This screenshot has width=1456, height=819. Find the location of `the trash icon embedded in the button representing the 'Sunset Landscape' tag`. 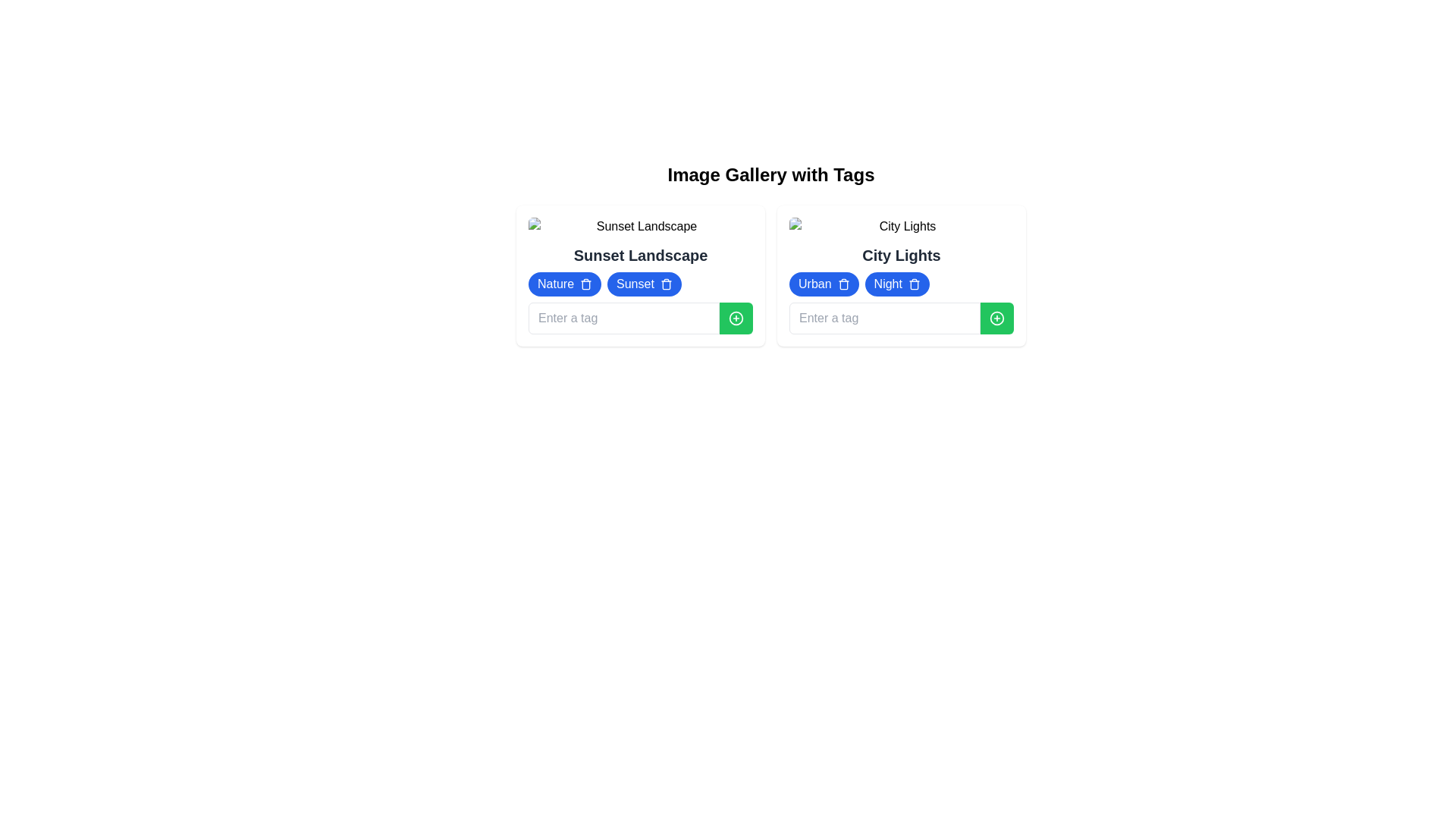

the trash icon embedded in the button representing the 'Sunset Landscape' tag is located at coordinates (644, 284).